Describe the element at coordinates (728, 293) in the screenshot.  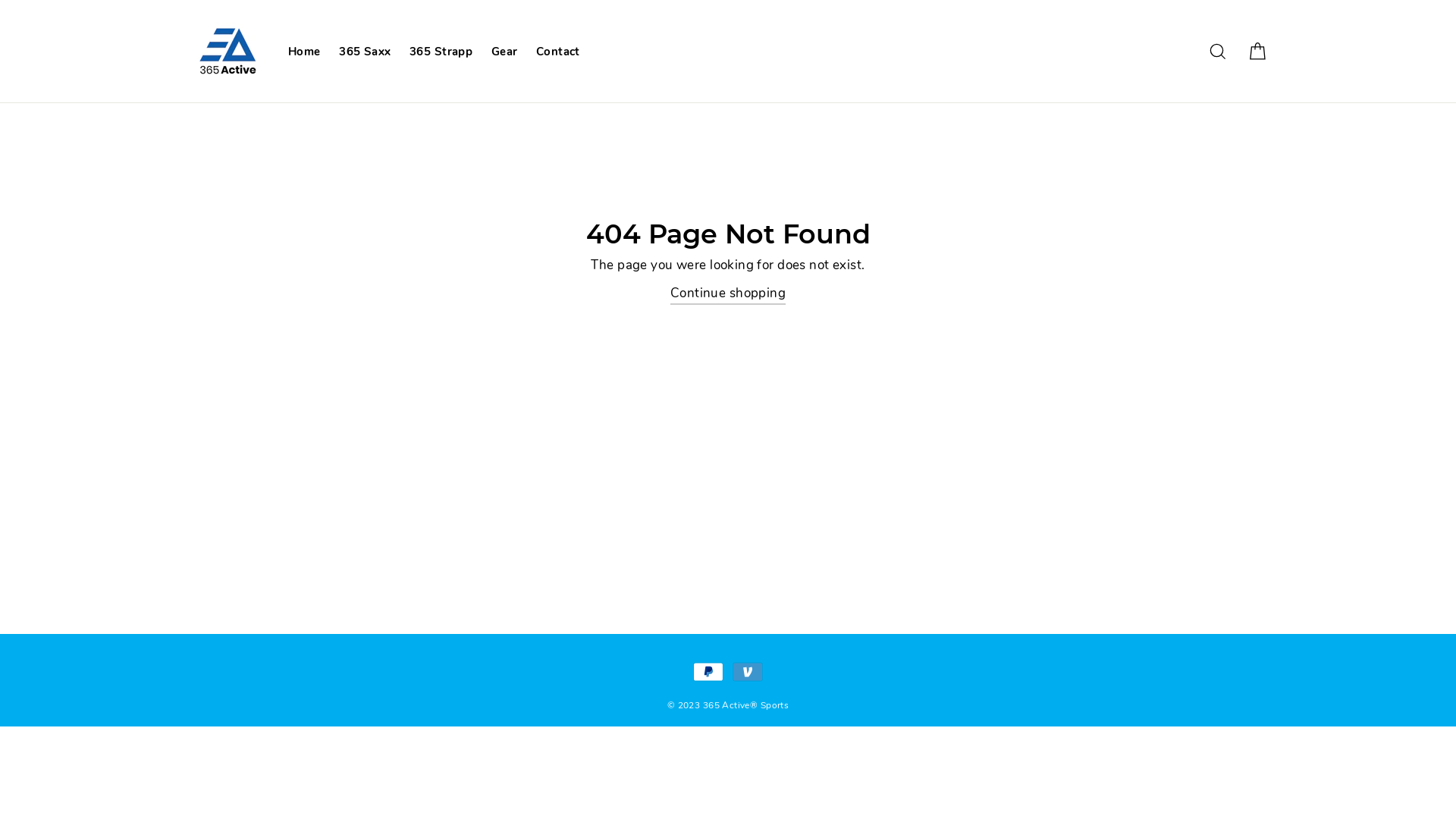
I see `'Continue shopping'` at that location.